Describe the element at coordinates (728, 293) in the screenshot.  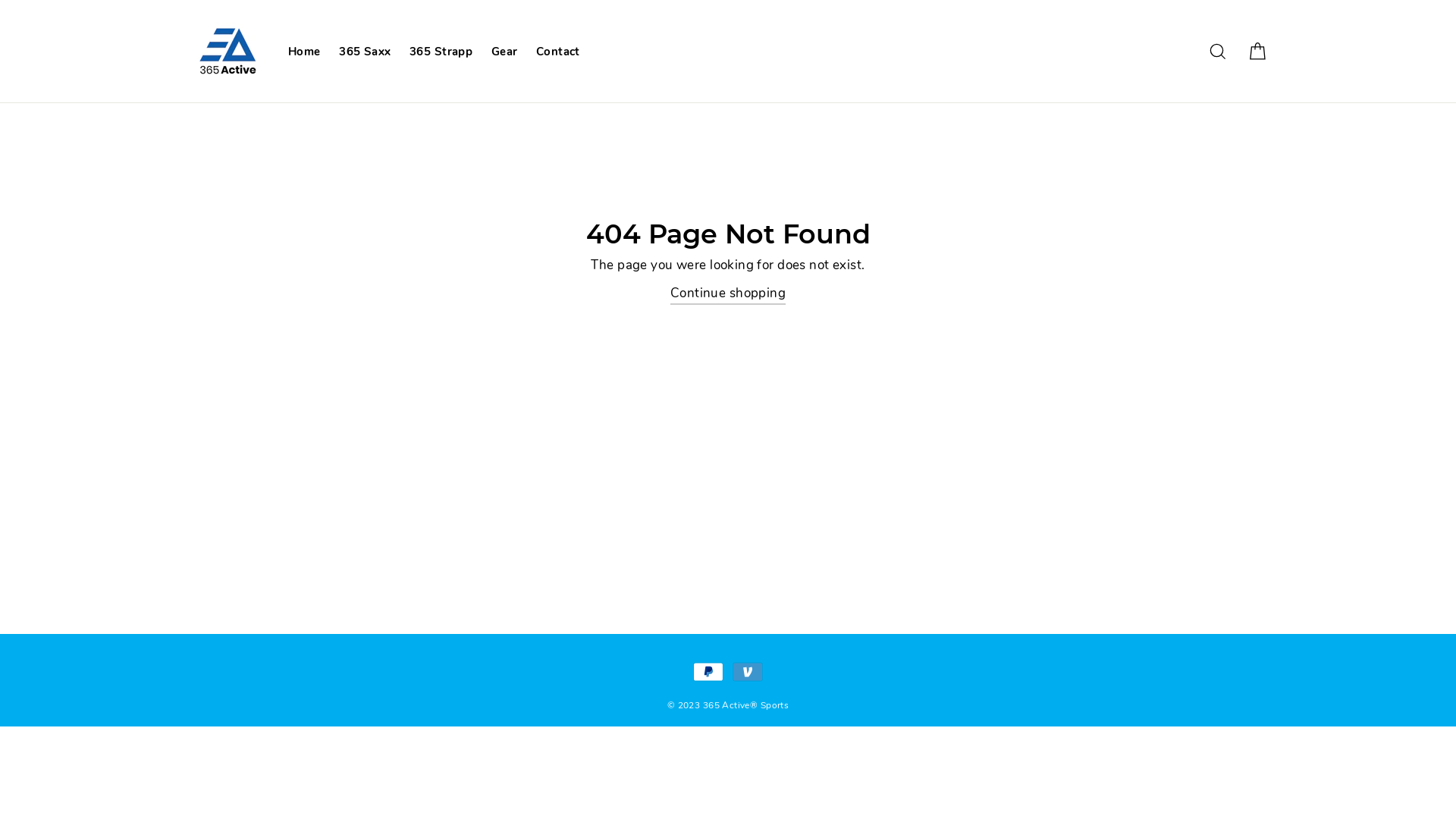
I see `'Continue shopping'` at that location.